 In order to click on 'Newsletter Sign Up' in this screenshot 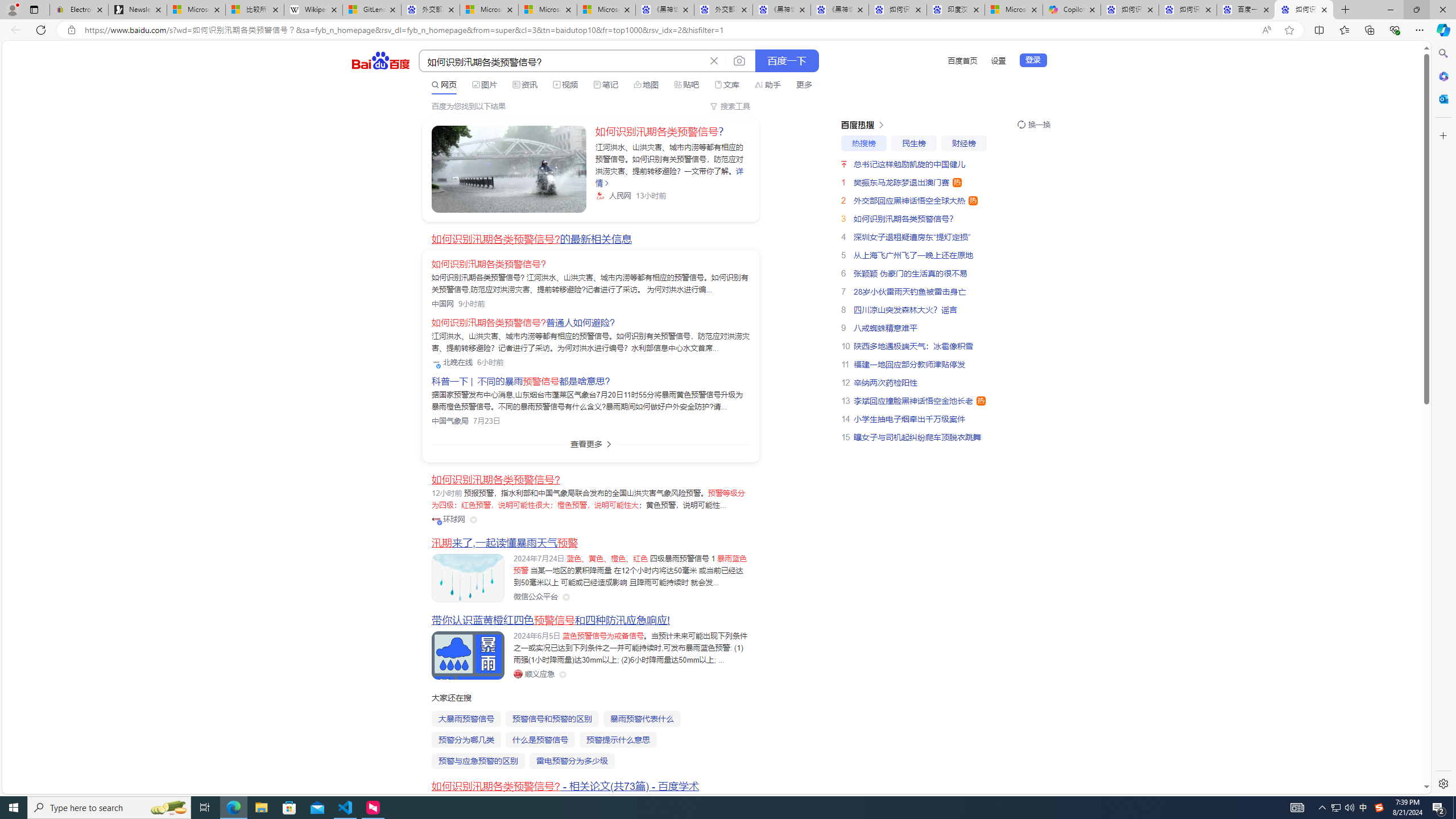, I will do `click(136, 9)`.